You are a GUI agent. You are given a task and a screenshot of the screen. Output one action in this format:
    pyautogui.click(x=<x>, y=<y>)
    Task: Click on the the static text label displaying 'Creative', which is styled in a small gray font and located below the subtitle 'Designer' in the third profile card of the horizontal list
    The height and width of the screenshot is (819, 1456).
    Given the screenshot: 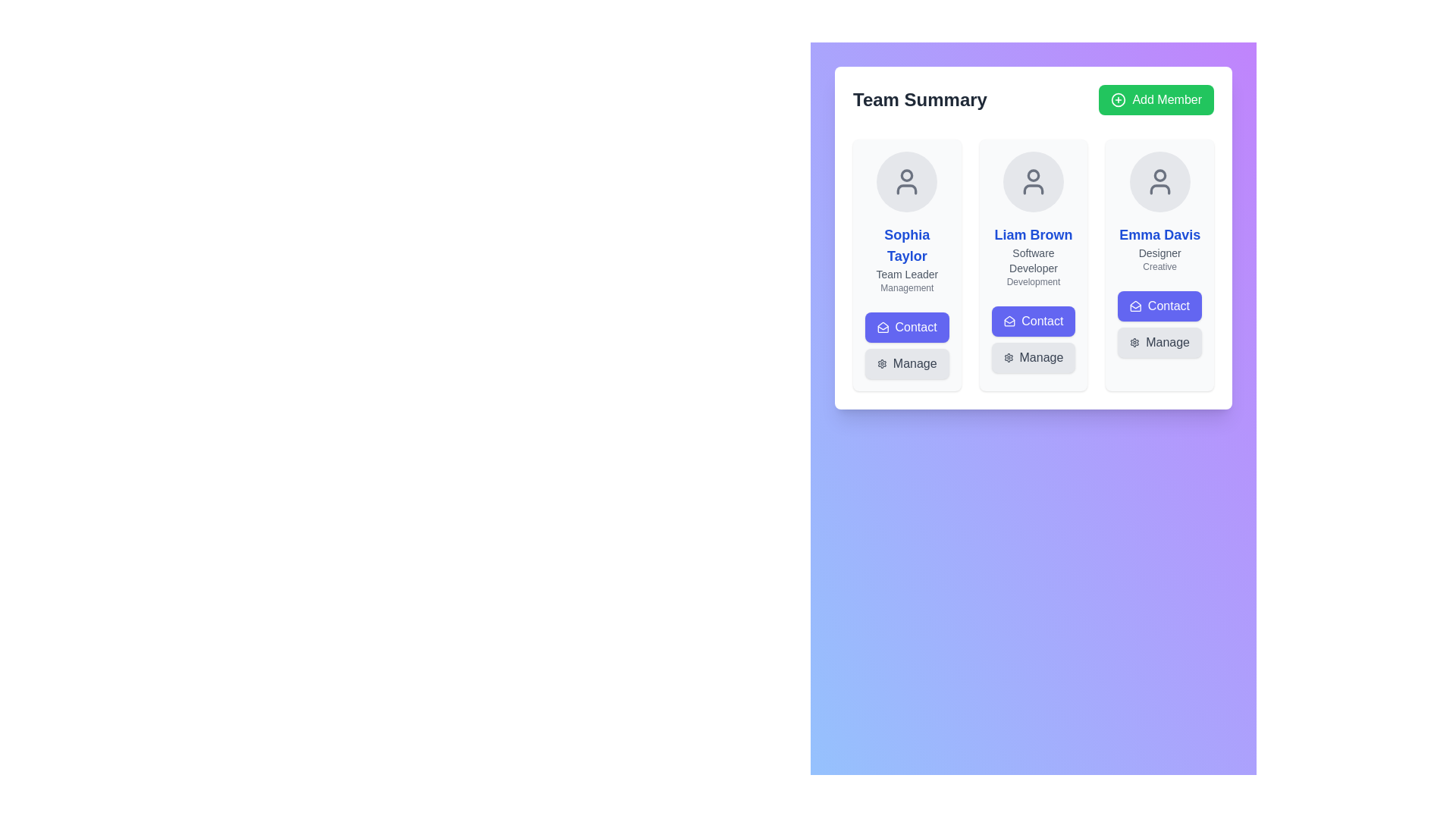 What is the action you would take?
    pyautogui.click(x=1159, y=265)
    